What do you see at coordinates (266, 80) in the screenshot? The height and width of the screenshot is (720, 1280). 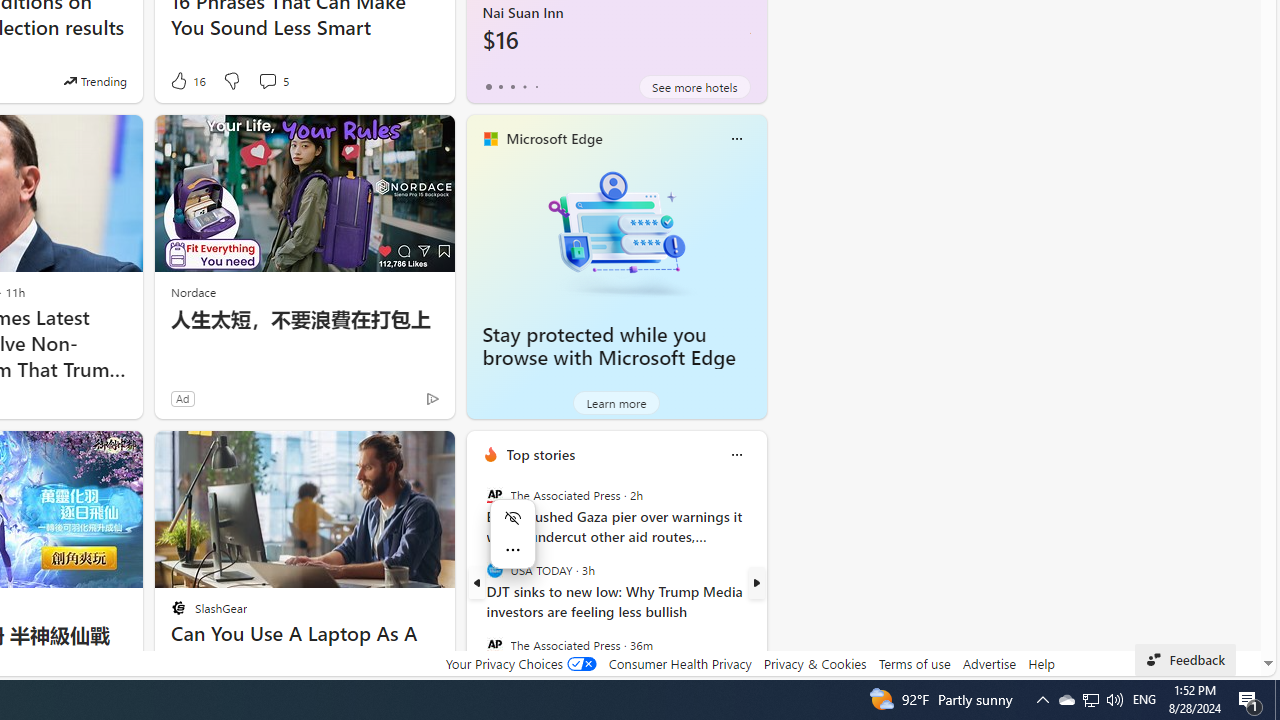 I see `'View comments 5 Comment'` at bounding box center [266, 80].